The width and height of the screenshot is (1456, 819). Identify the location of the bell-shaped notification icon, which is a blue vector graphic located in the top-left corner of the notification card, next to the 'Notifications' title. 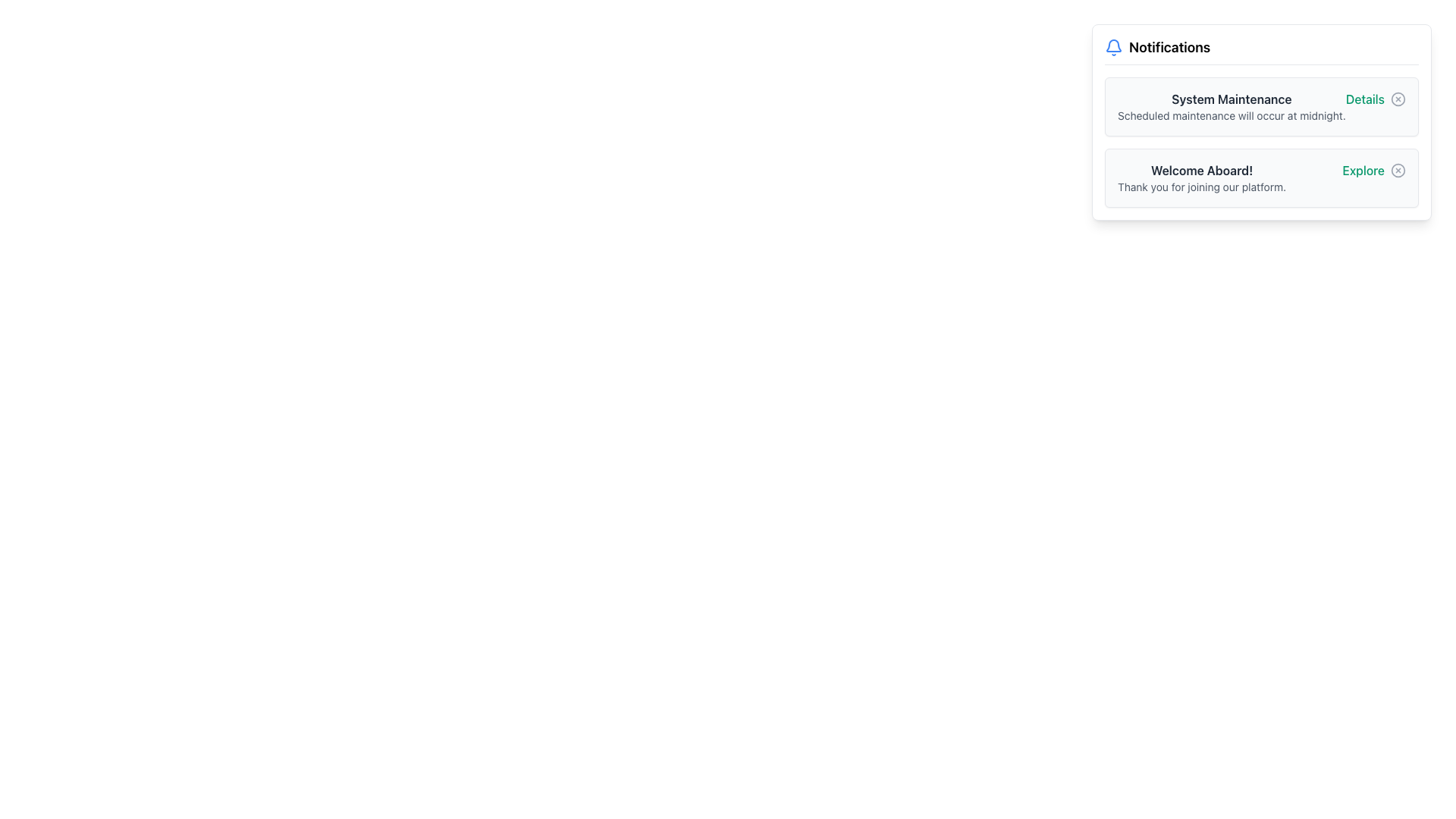
(1113, 45).